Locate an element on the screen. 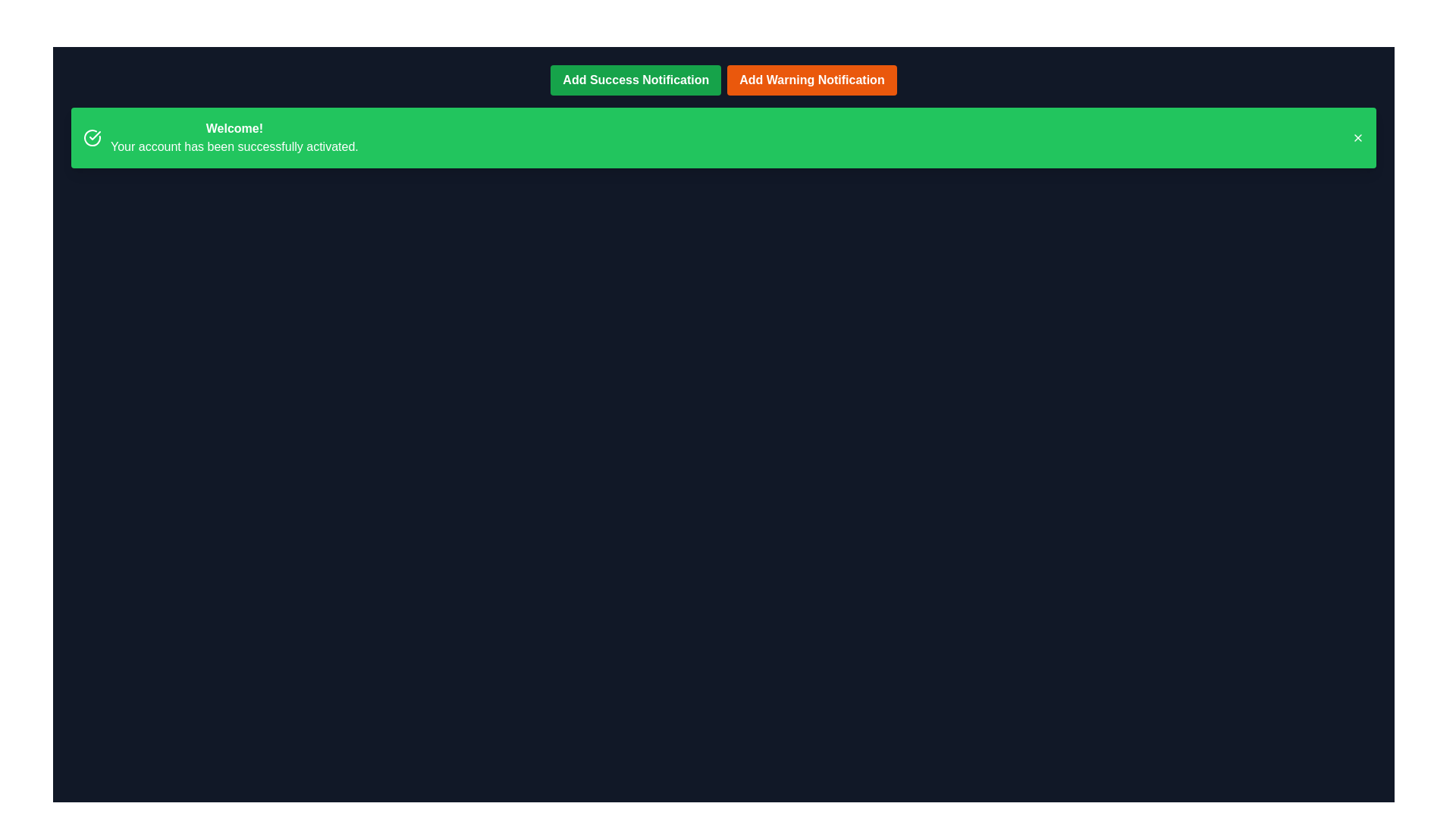  the 'Welcome!' text display located within the green notification bar at the top of the interface is located at coordinates (234, 137).